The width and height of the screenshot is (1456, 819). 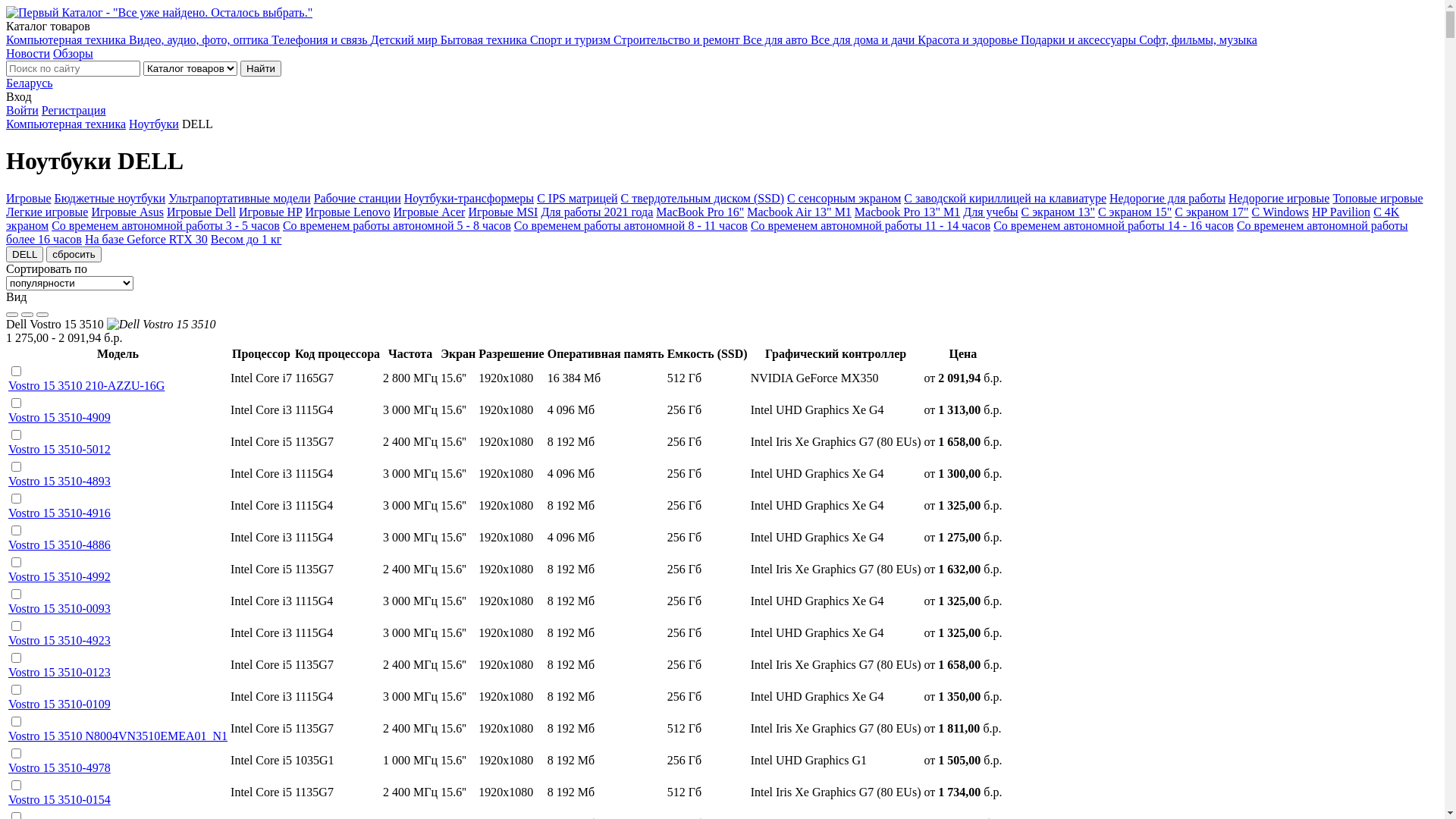 What do you see at coordinates (799, 212) in the screenshot?
I see `'Macbook Air 13" M1'` at bounding box center [799, 212].